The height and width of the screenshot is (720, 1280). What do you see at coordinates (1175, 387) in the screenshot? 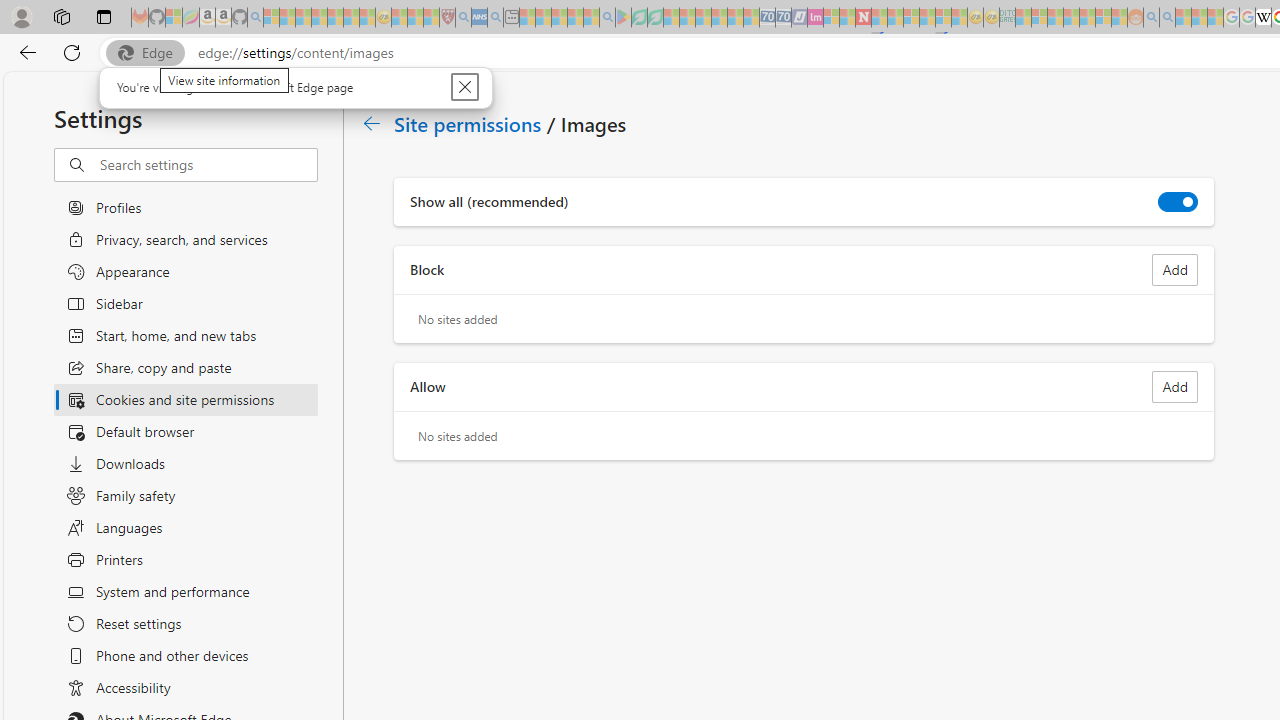
I see `'Add site to Allow list'` at bounding box center [1175, 387].